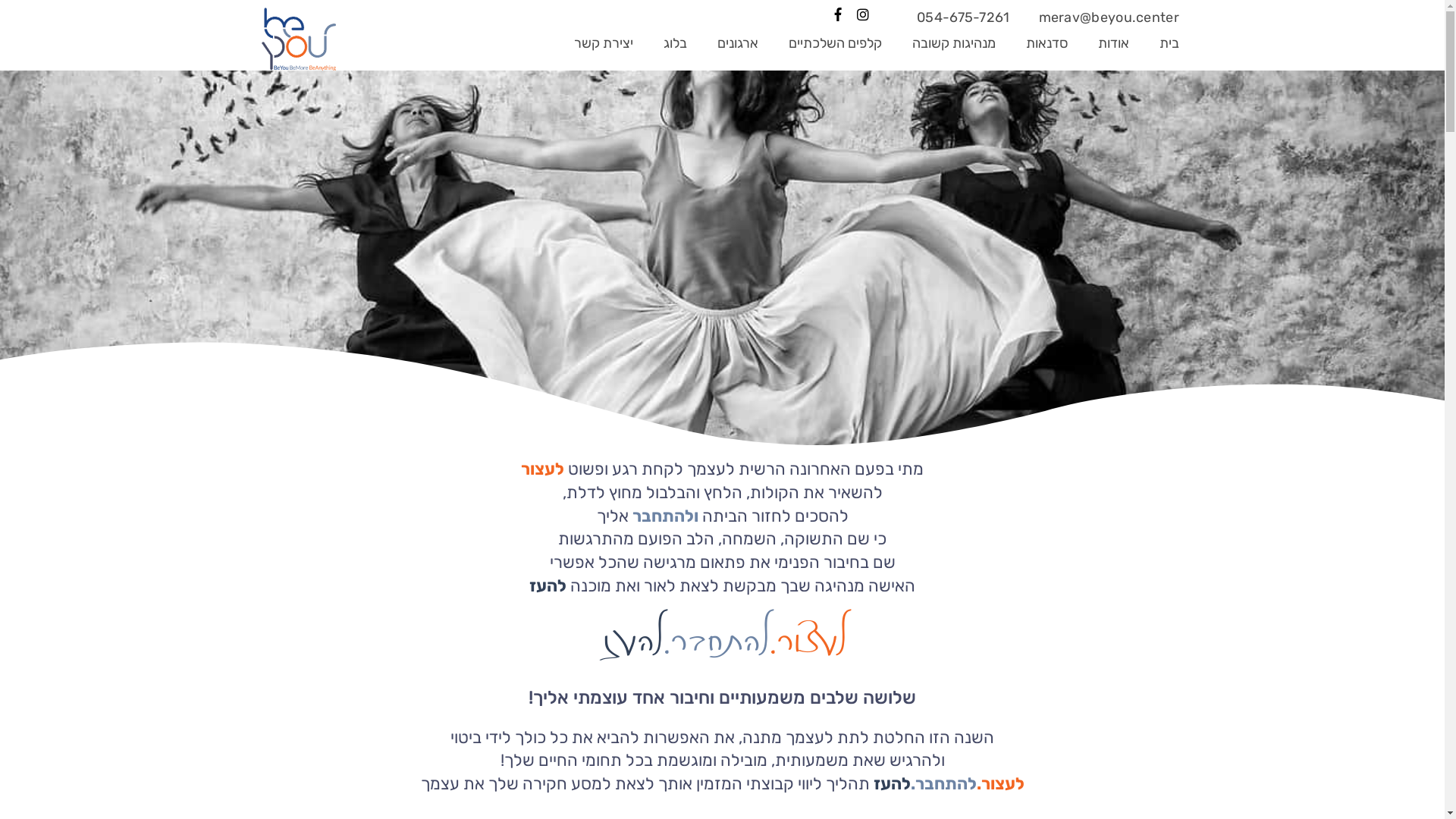 The height and width of the screenshot is (819, 1456). Describe the element at coordinates (1109, 17) in the screenshot. I see `'merav@beyou.center'` at that location.